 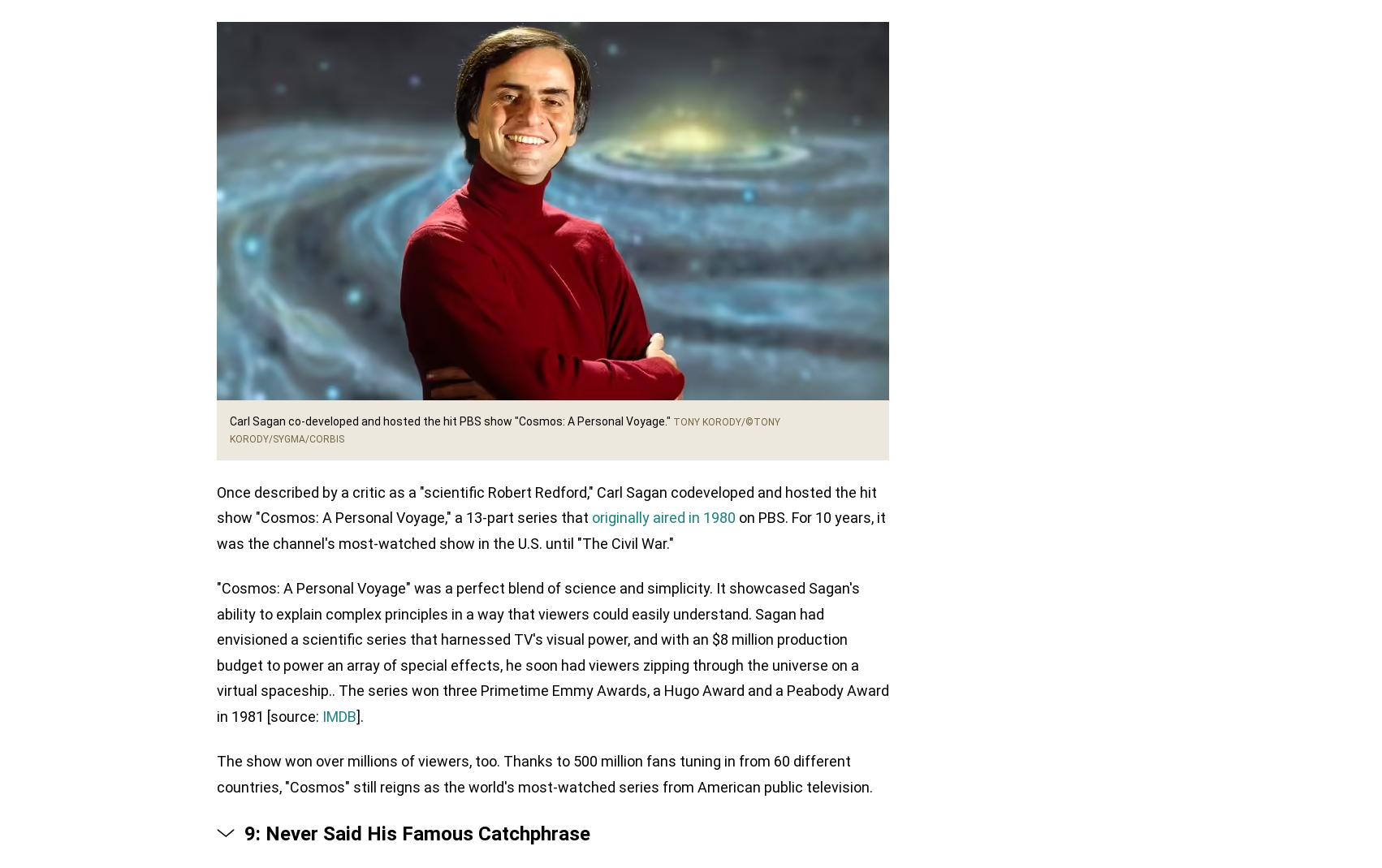 What do you see at coordinates (359, 715) in the screenshot?
I see `'].'` at bounding box center [359, 715].